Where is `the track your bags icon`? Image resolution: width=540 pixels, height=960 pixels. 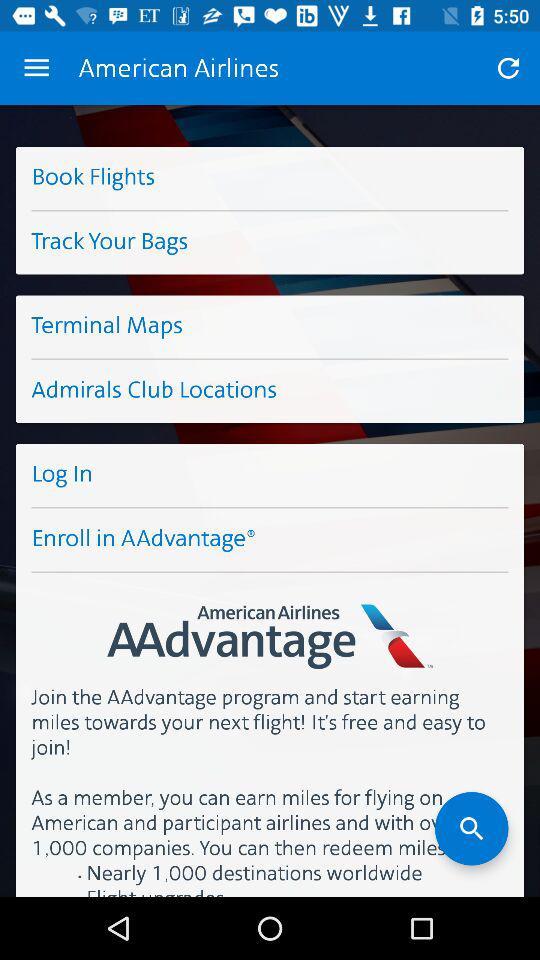 the track your bags icon is located at coordinates (270, 241).